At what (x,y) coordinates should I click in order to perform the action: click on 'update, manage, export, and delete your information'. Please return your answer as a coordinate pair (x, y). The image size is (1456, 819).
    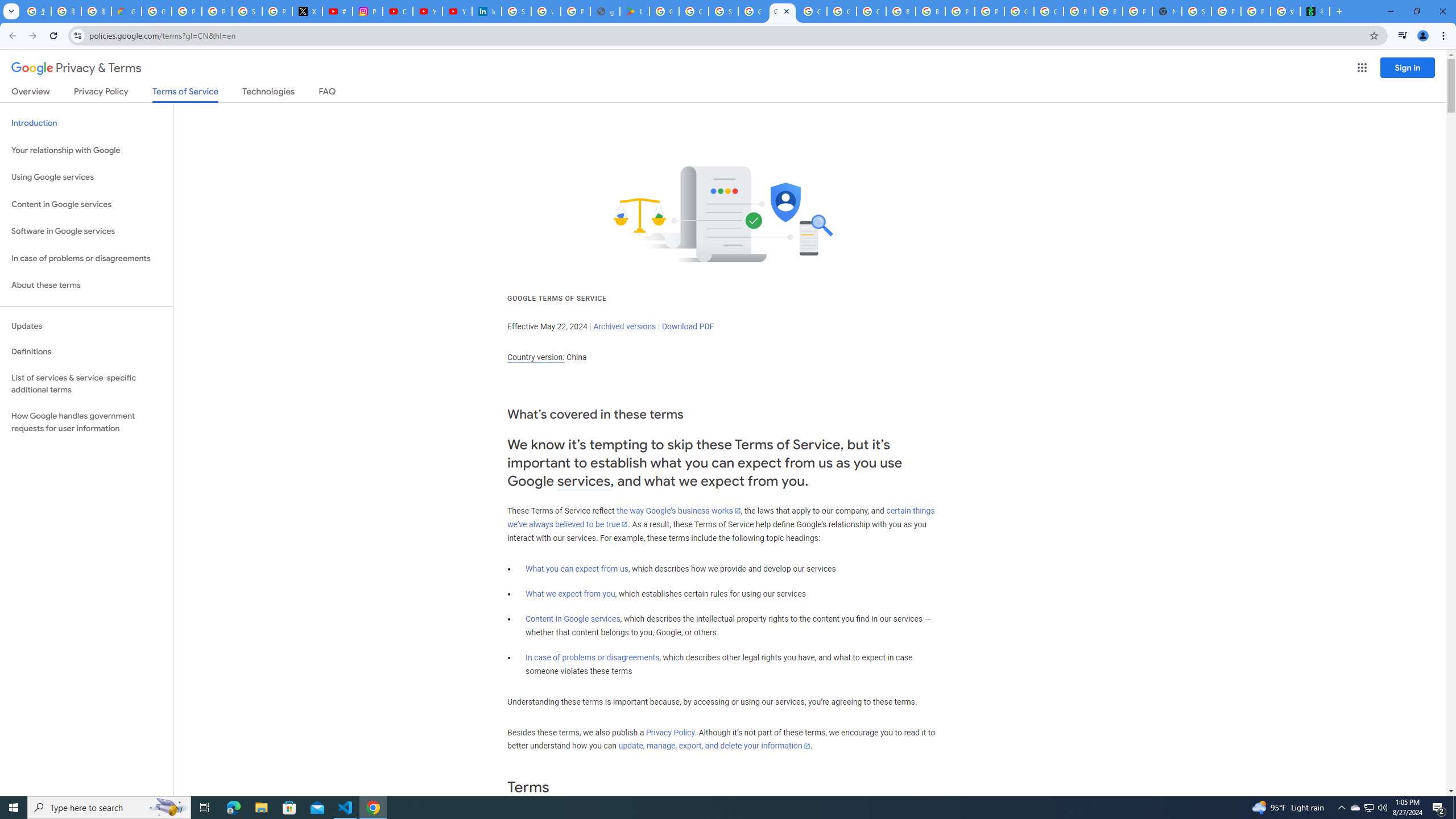
    Looking at the image, I should click on (714, 745).